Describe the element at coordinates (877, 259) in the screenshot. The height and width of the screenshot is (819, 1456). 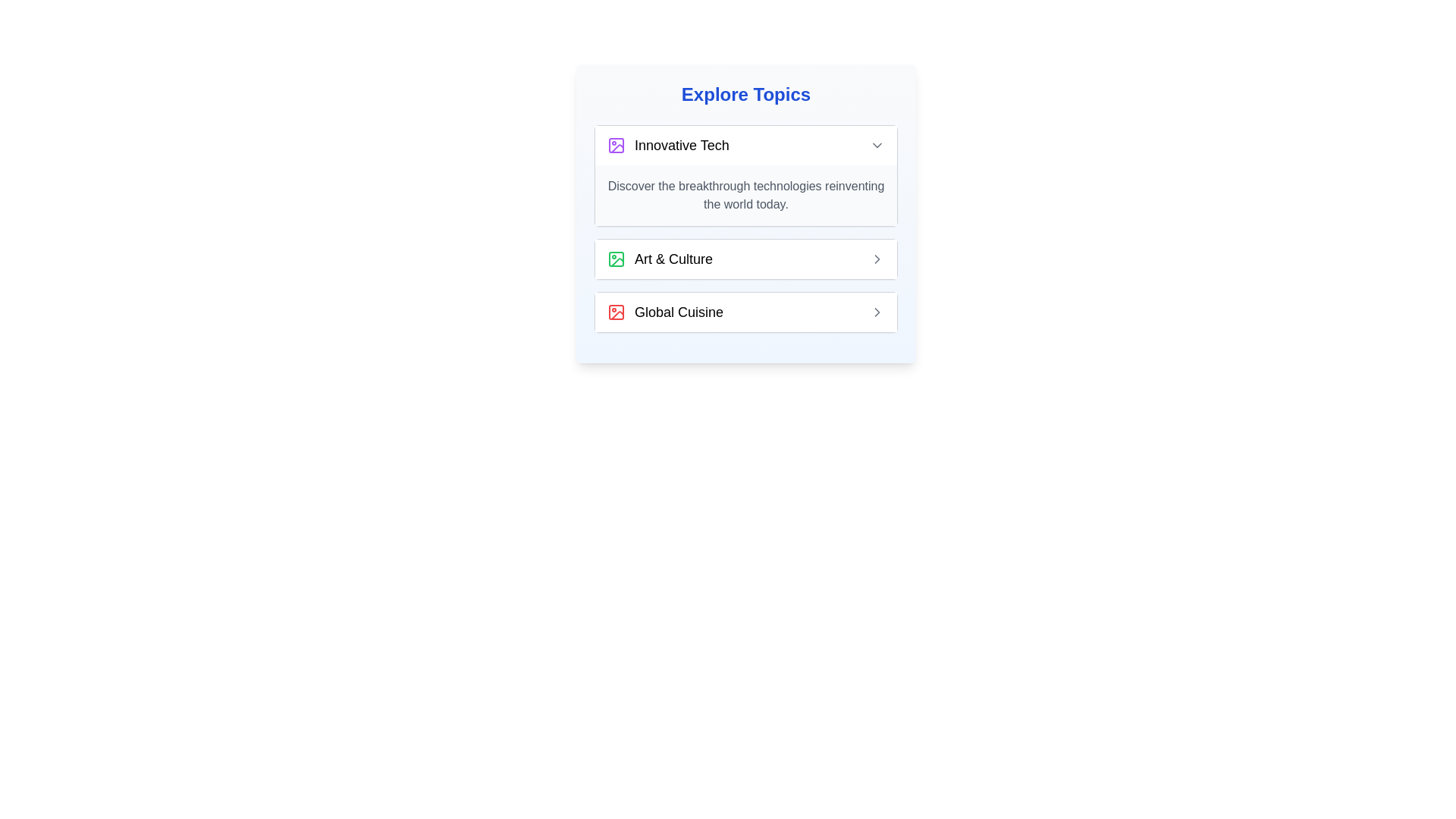
I see `the small right-facing chevron arrow icon styled in gray, located next to the 'Art & Culture' label` at that location.